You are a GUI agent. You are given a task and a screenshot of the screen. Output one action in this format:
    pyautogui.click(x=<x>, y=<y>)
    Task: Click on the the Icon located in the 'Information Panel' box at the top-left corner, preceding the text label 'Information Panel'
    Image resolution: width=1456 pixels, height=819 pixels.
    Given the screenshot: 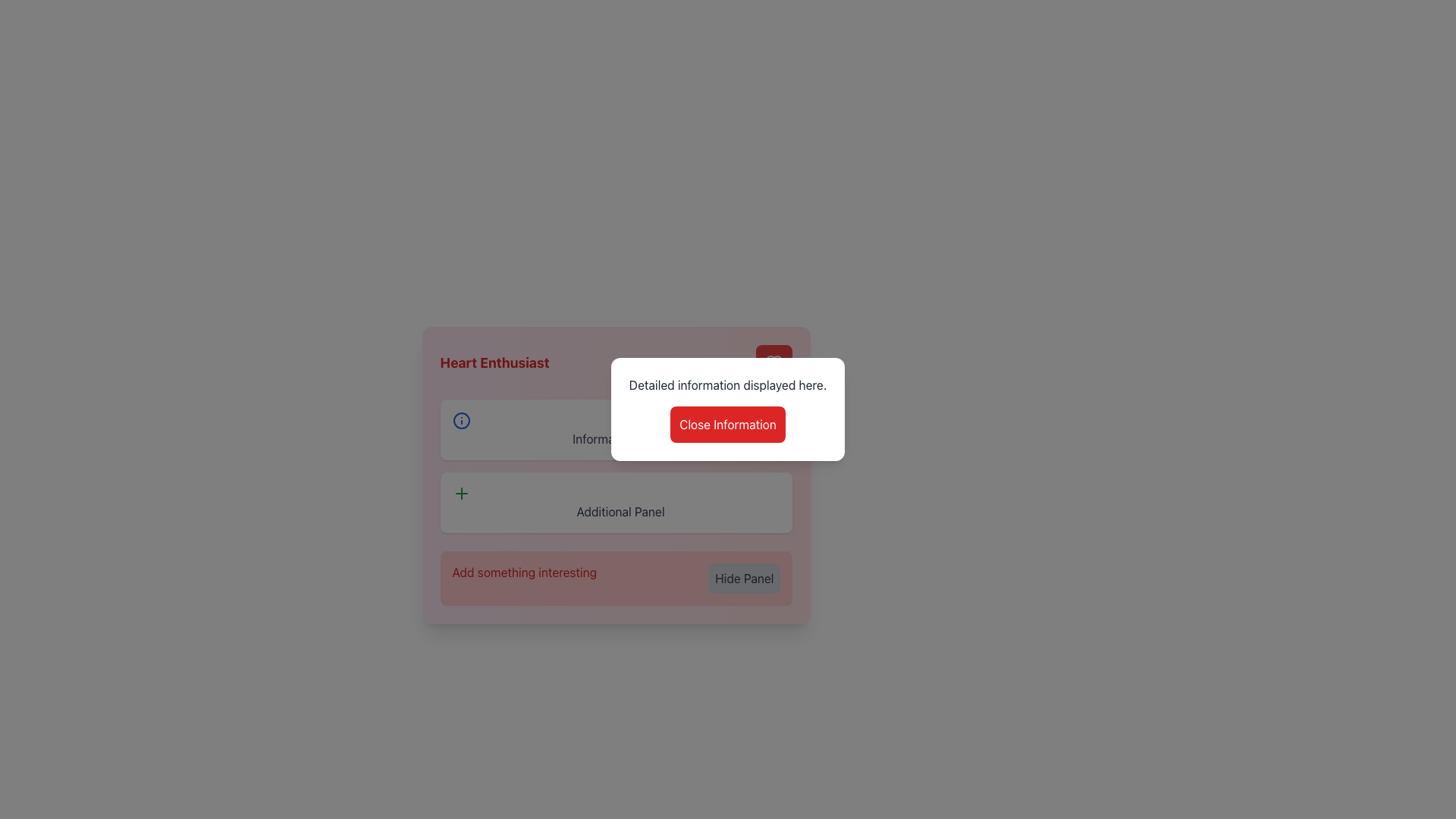 What is the action you would take?
    pyautogui.click(x=460, y=421)
    